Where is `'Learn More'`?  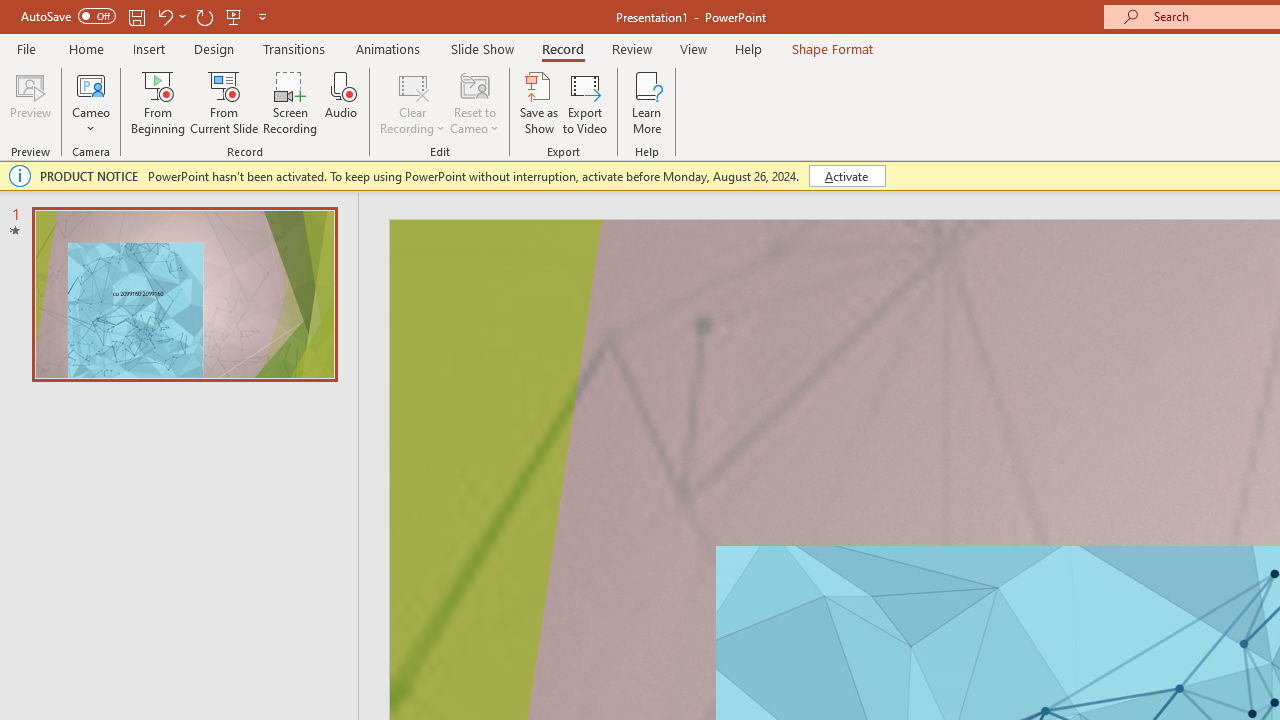 'Learn More' is located at coordinates (647, 103).